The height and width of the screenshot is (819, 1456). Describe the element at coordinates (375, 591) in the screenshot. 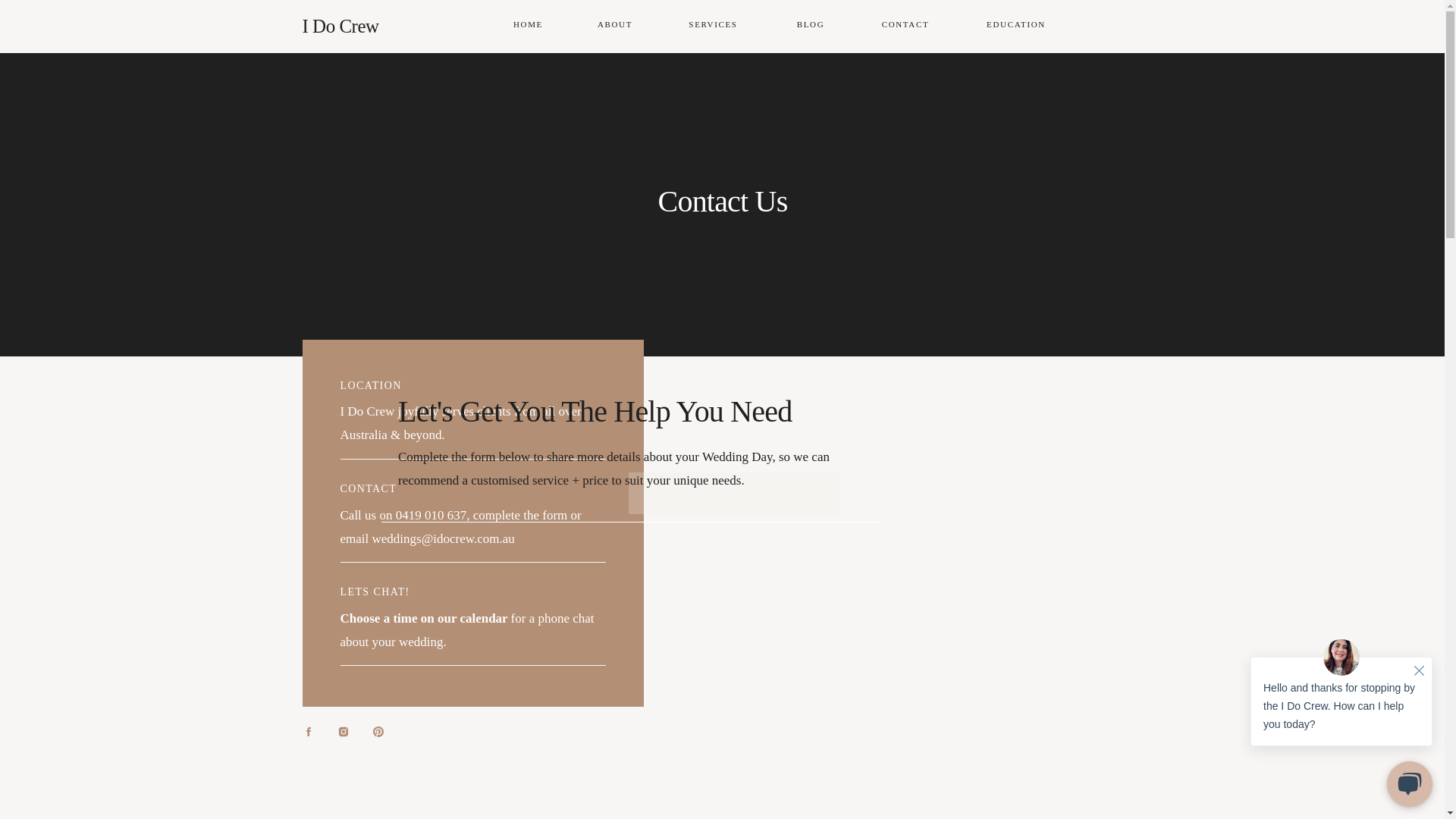

I see `'LETS CHAT!'` at that location.